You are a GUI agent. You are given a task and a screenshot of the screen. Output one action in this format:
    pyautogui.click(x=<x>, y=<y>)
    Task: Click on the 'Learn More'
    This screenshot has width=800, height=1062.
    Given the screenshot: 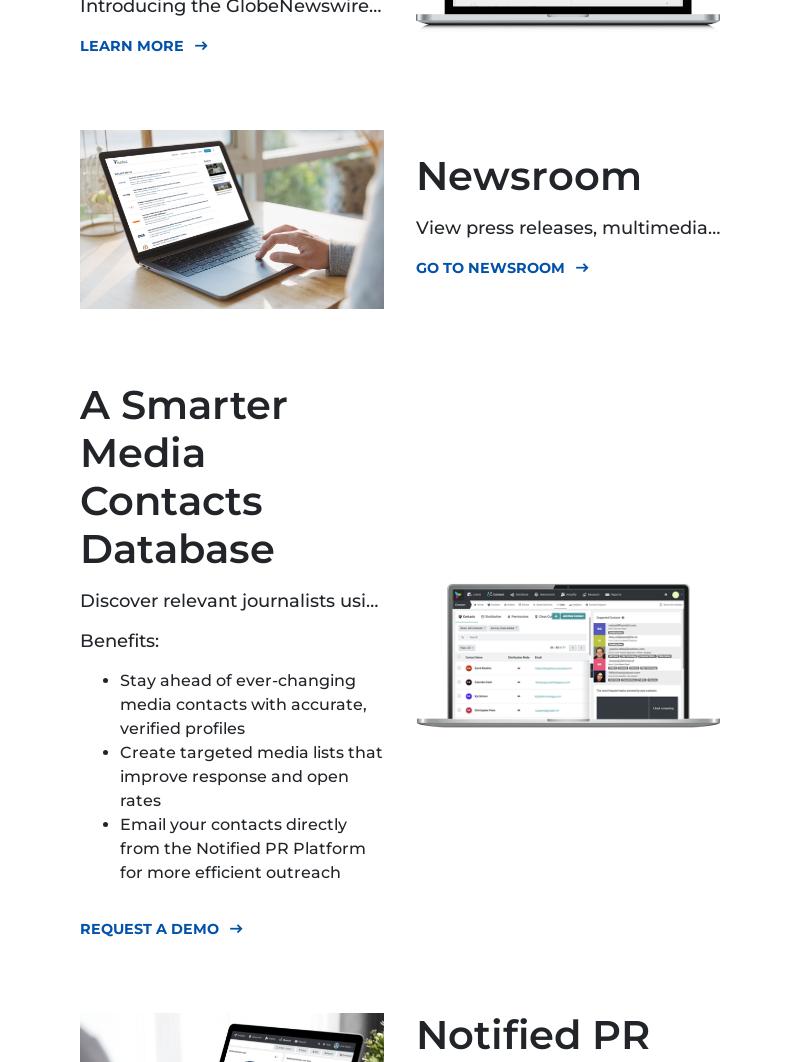 What is the action you would take?
    pyautogui.click(x=131, y=45)
    